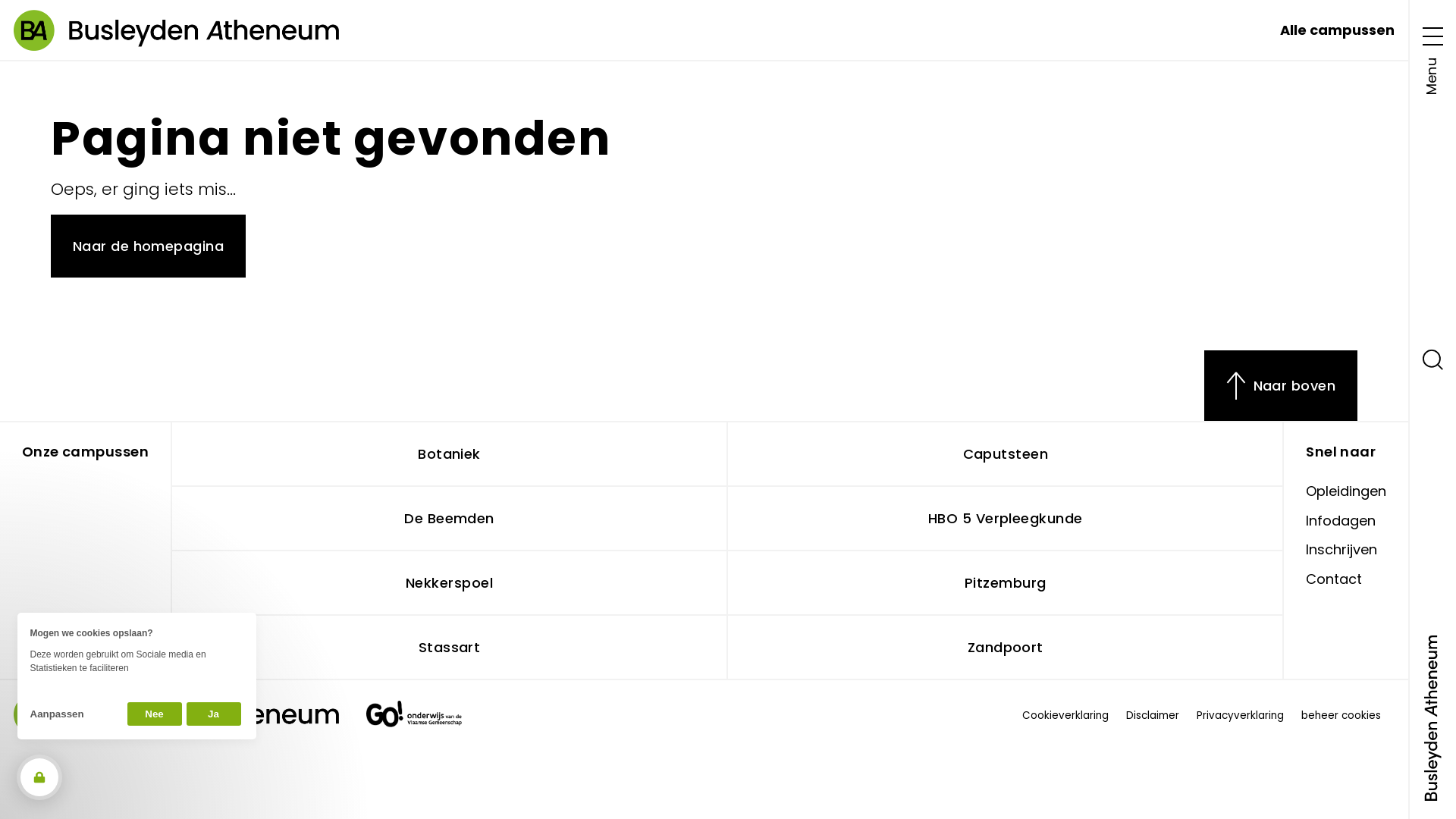 The width and height of the screenshot is (1456, 819). What do you see at coordinates (1240, 716) in the screenshot?
I see `'Privacyverklaring'` at bounding box center [1240, 716].